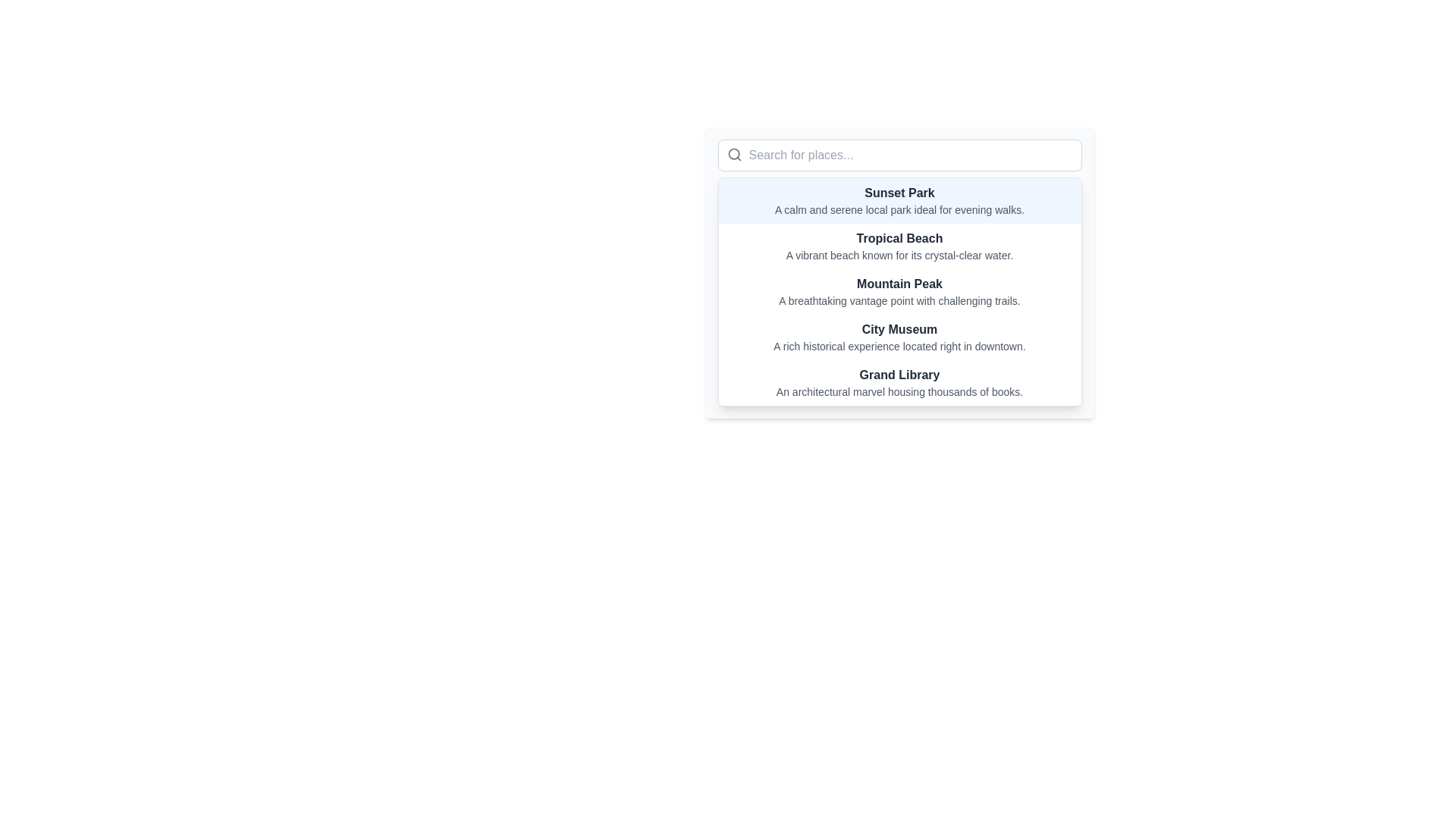  Describe the element at coordinates (899, 375) in the screenshot. I see `the label titled 'Grand Library' which identifies the location in the list of places` at that location.